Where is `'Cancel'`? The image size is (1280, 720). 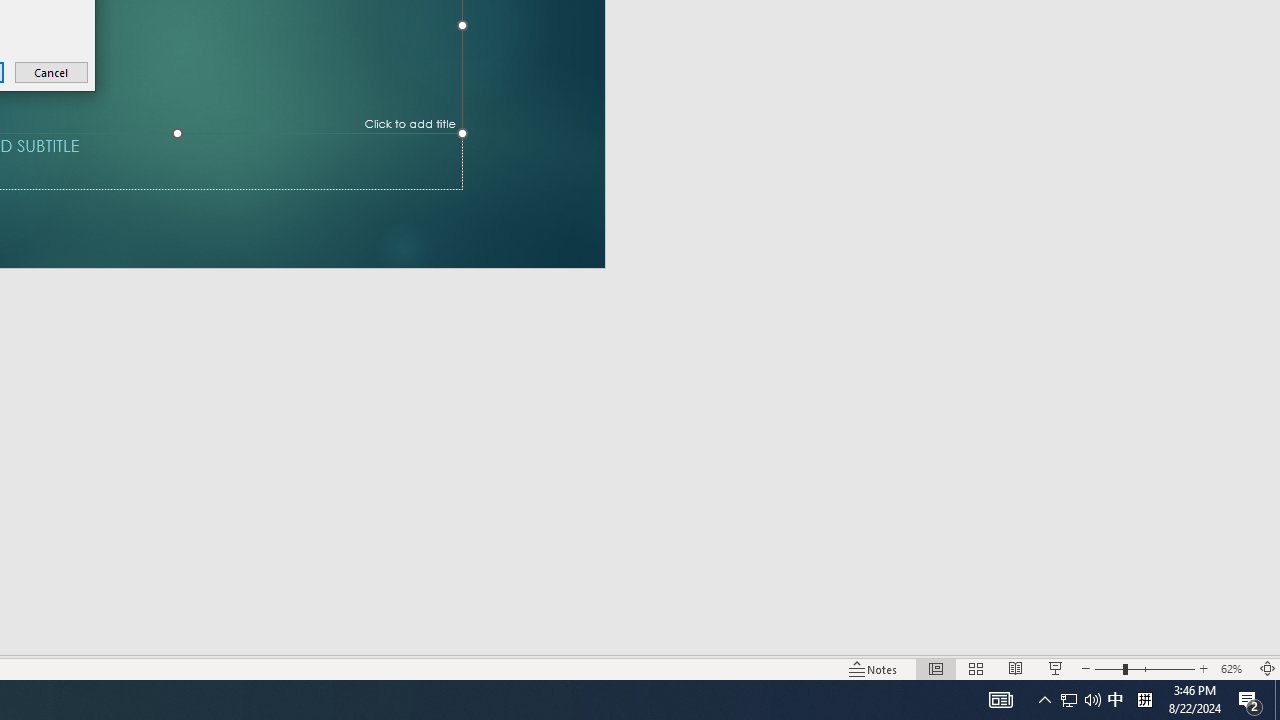
'Cancel' is located at coordinates (51, 71).